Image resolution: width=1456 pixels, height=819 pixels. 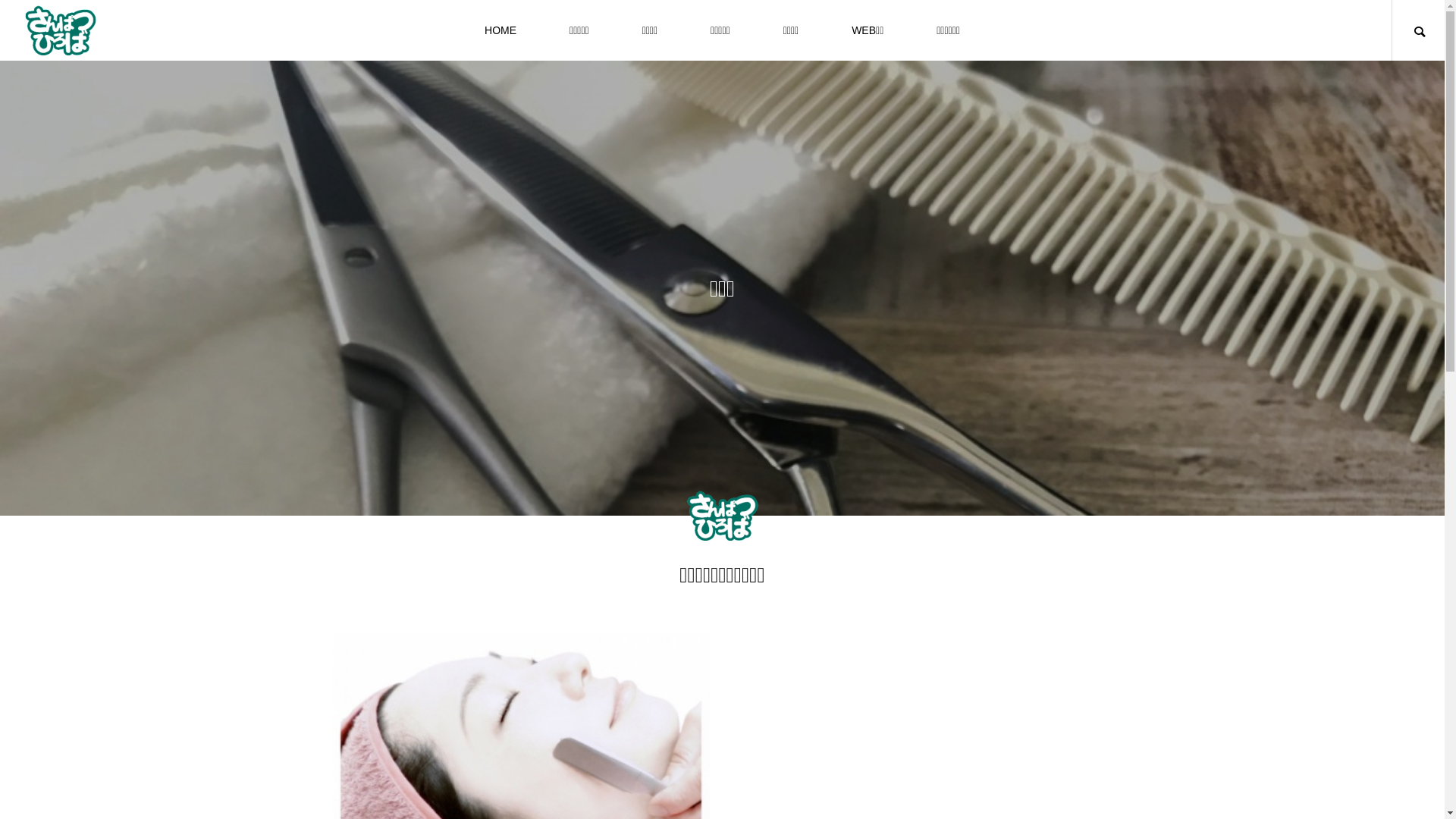 What do you see at coordinates (500, 30) in the screenshot?
I see `'HOME'` at bounding box center [500, 30].